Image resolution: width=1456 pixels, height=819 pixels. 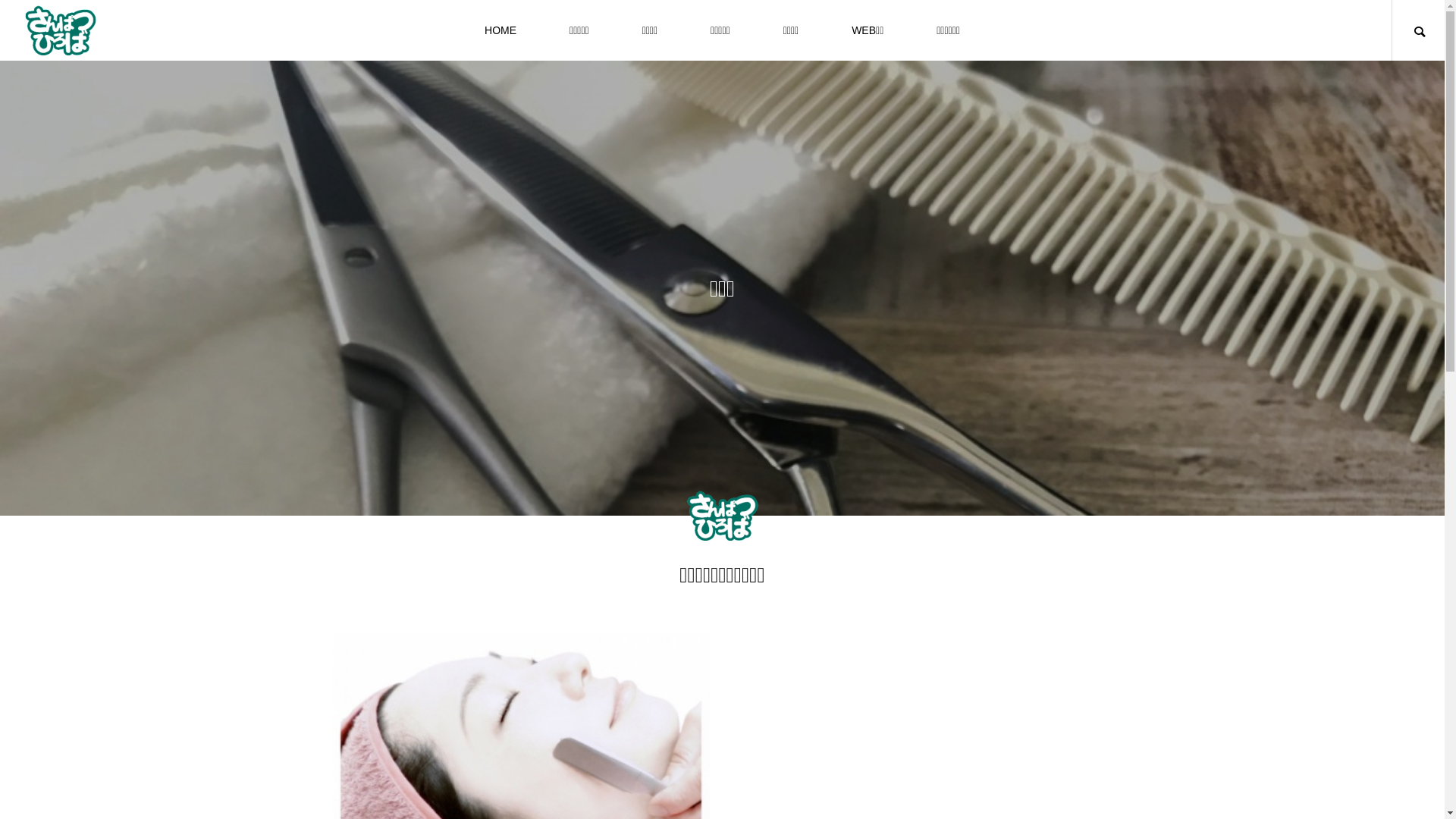 What do you see at coordinates (500, 30) in the screenshot?
I see `'HOME'` at bounding box center [500, 30].